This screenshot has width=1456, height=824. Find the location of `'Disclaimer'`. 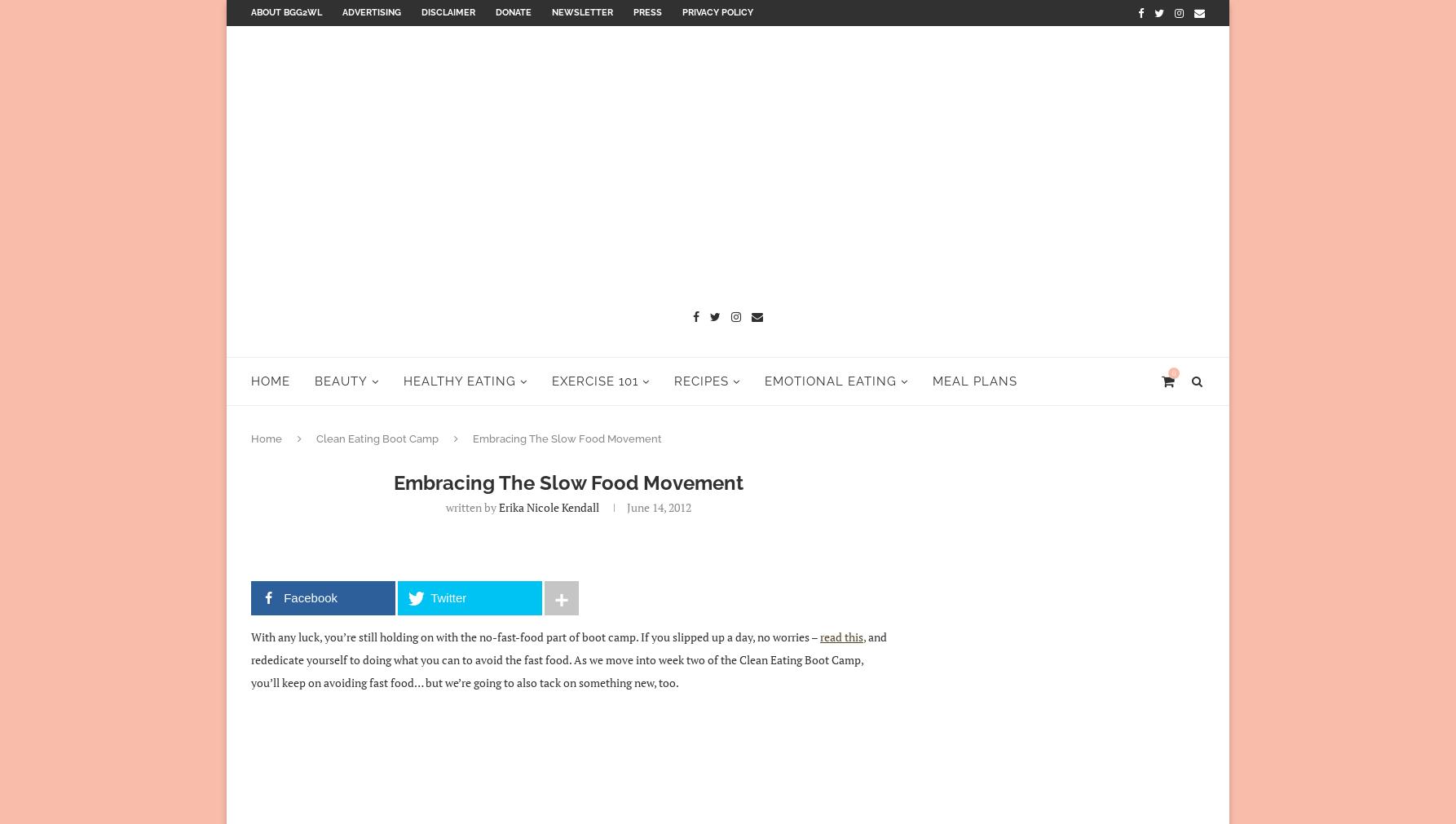

'Disclaimer' is located at coordinates (448, 11).